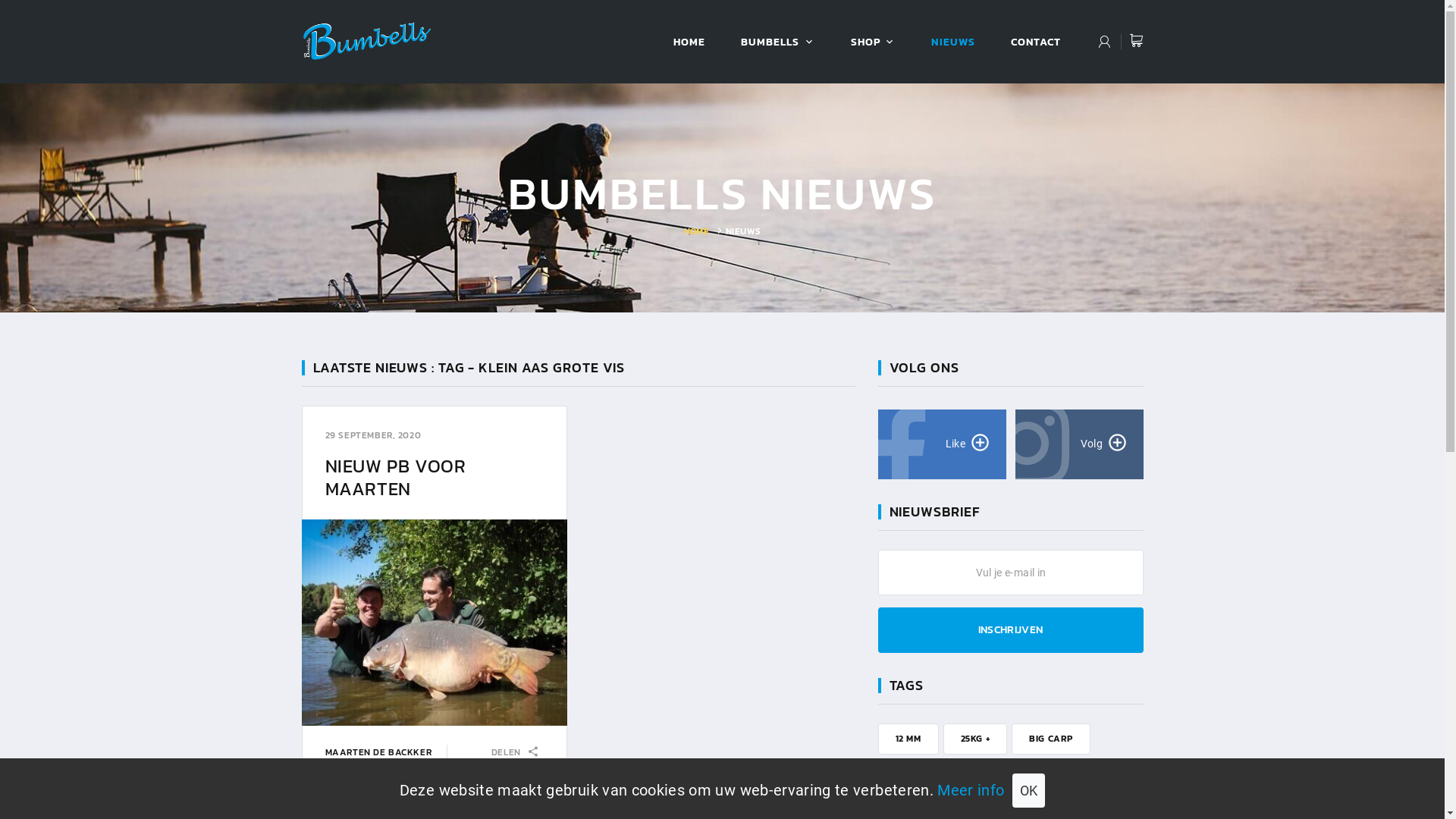 This screenshot has width=1456, height=819. What do you see at coordinates (941, 444) in the screenshot?
I see `'Like'` at bounding box center [941, 444].